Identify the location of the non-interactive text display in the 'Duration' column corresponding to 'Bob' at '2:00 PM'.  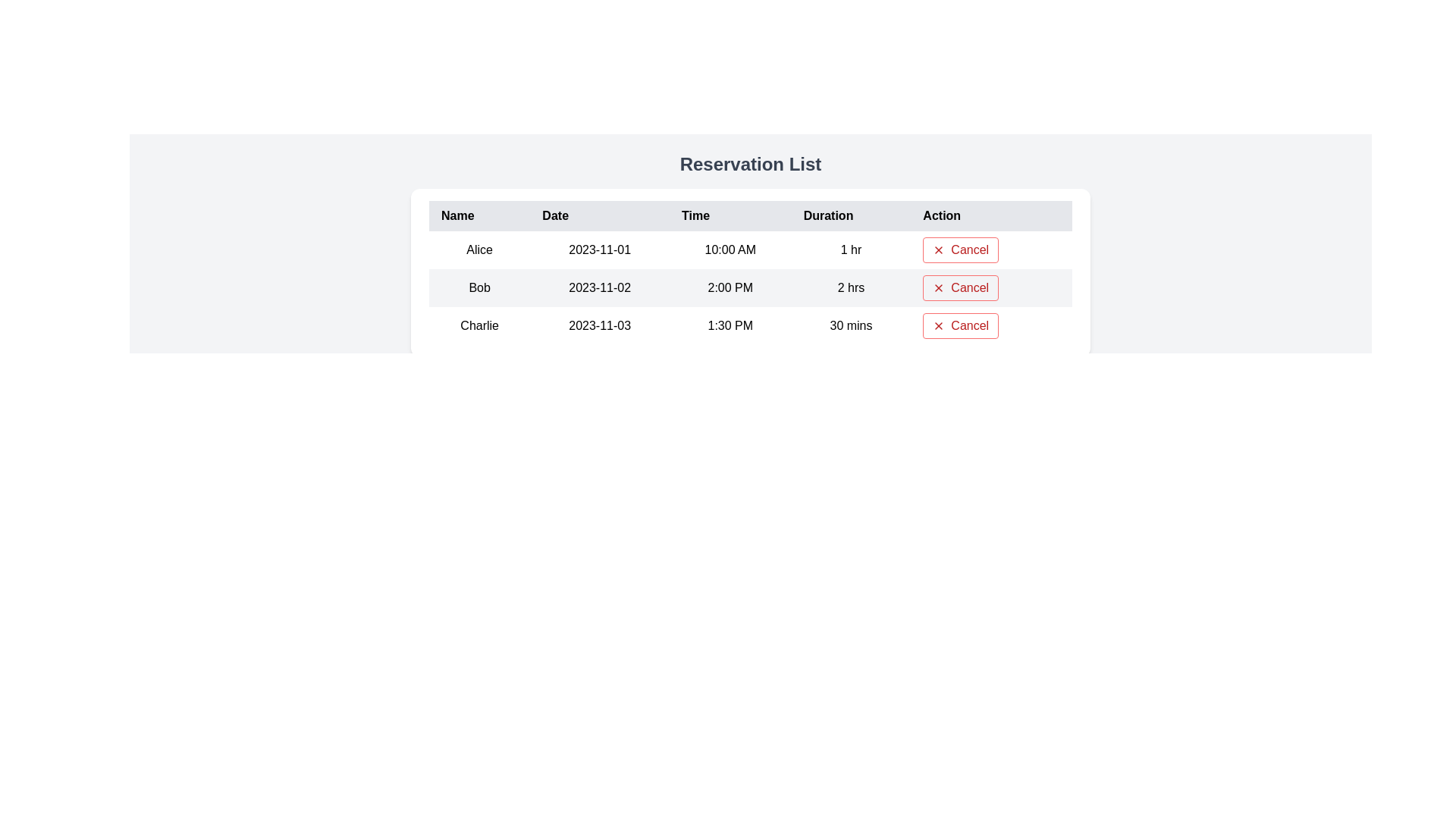
(851, 288).